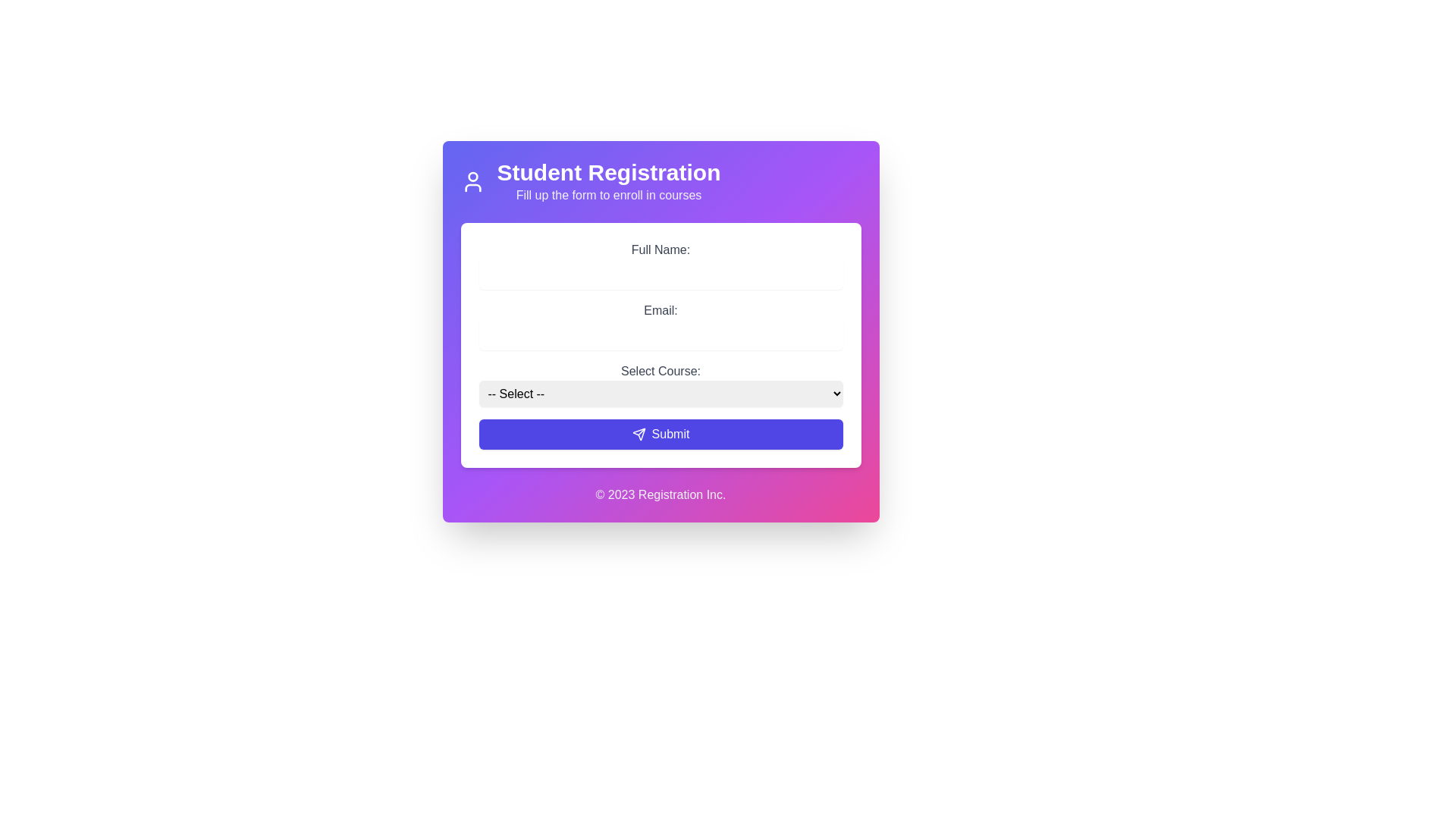 Image resolution: width=1456 pixels, height=819 pixels. I want to click on the 'Email:' label, which is styled with a gray font color and positioned above the email input field in the student registration form, so click(661, 309).